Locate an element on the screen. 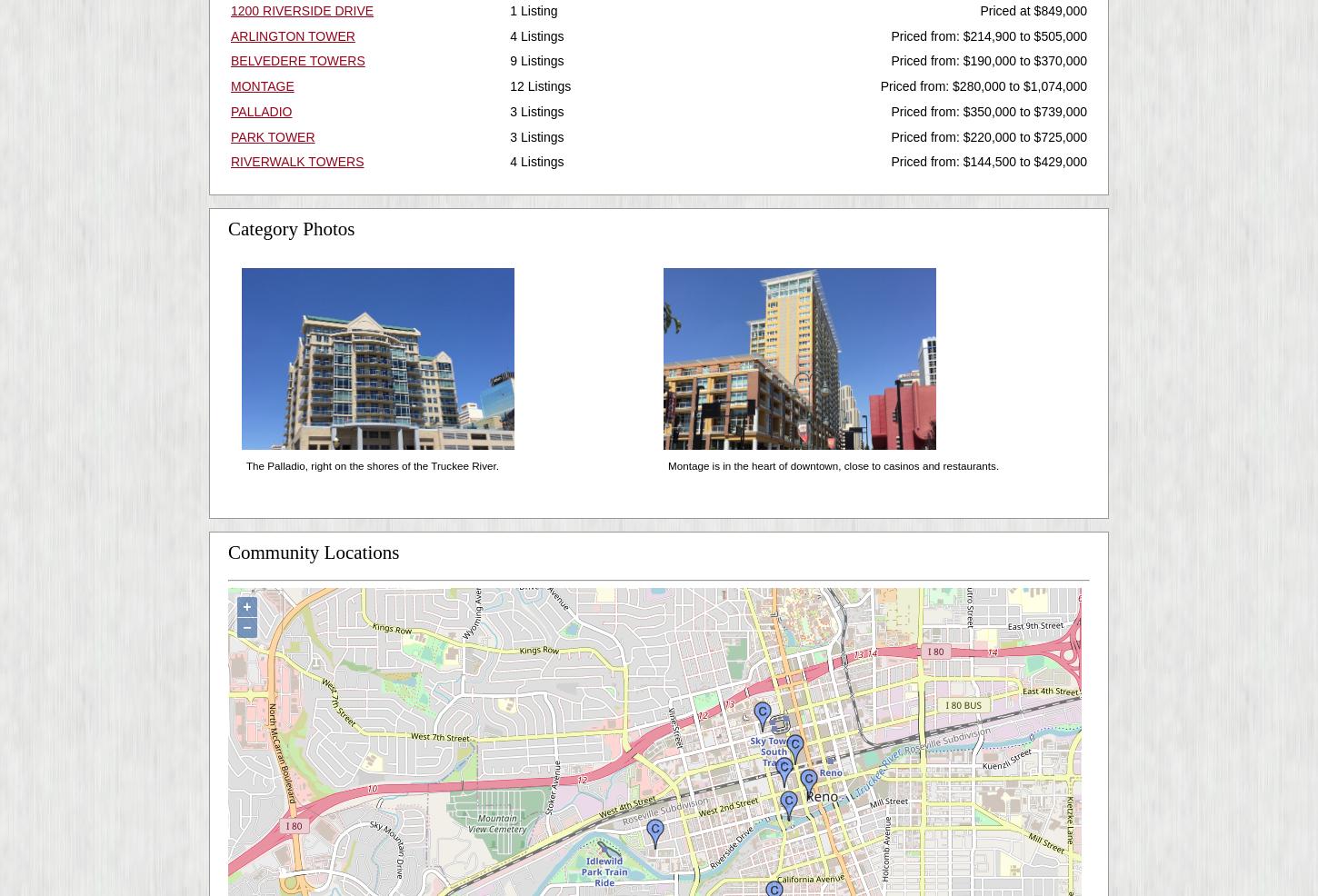  'MONTAGE' is located at coordinates (262, 85).